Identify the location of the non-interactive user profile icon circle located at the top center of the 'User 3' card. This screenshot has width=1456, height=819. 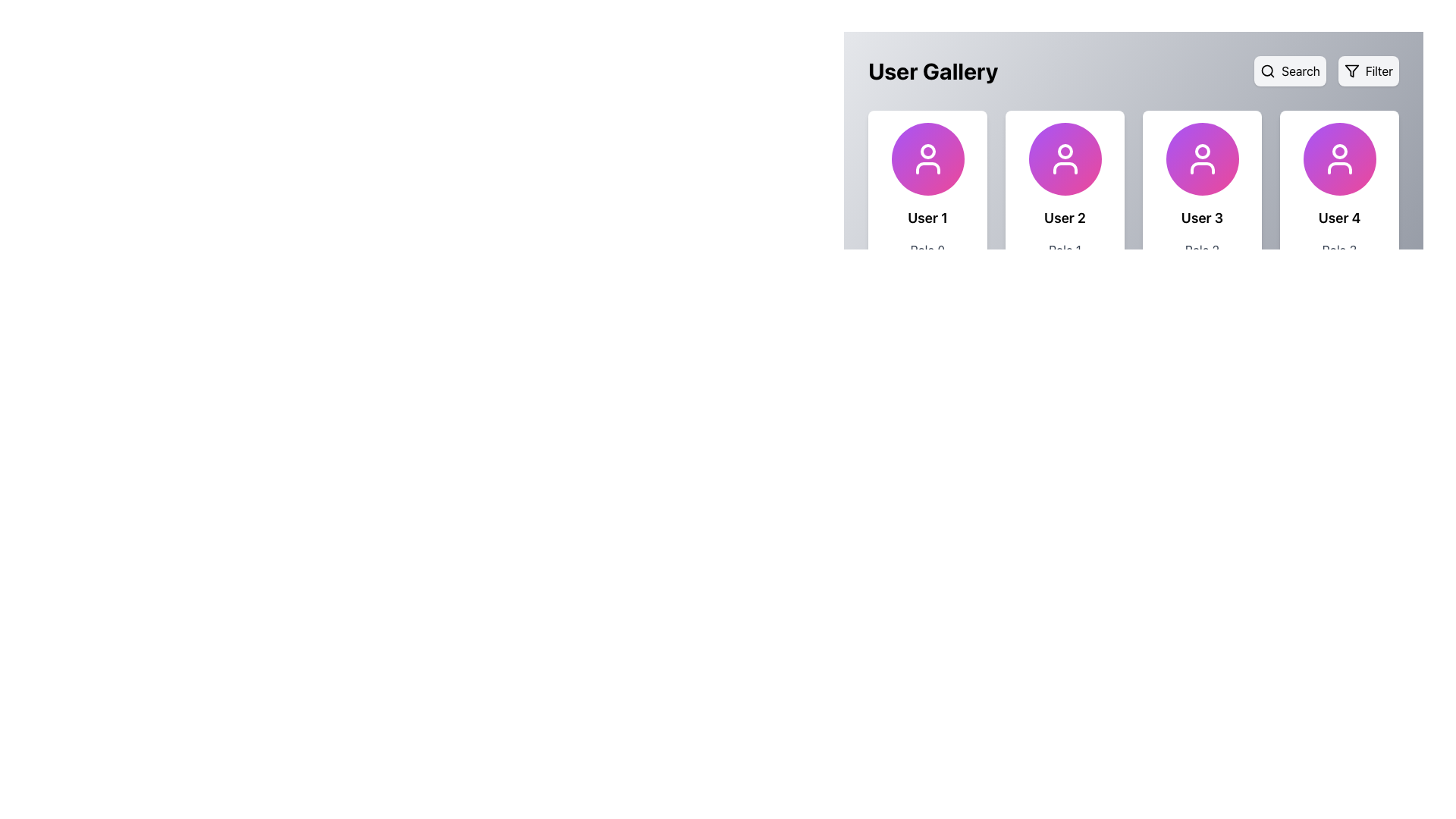
(1201, 152).